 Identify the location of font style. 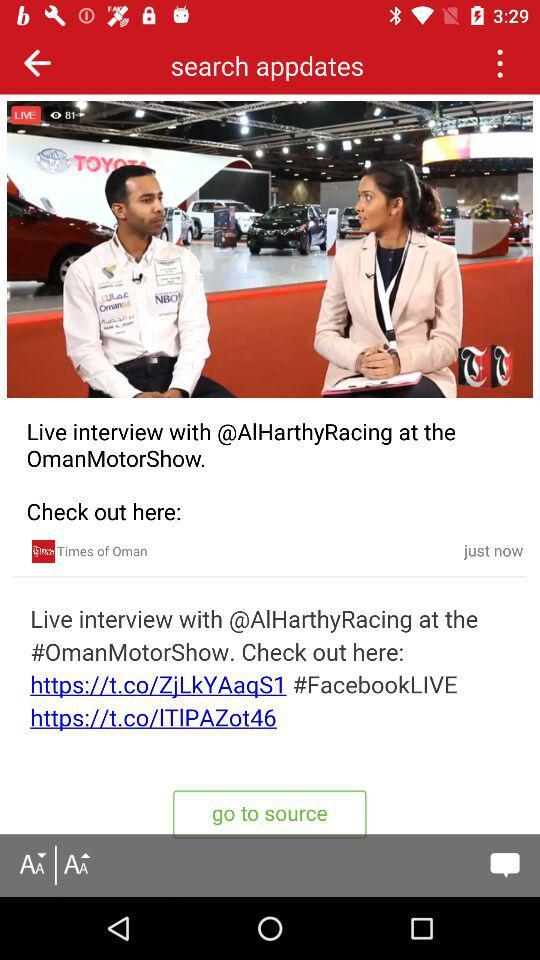
(75, 864).